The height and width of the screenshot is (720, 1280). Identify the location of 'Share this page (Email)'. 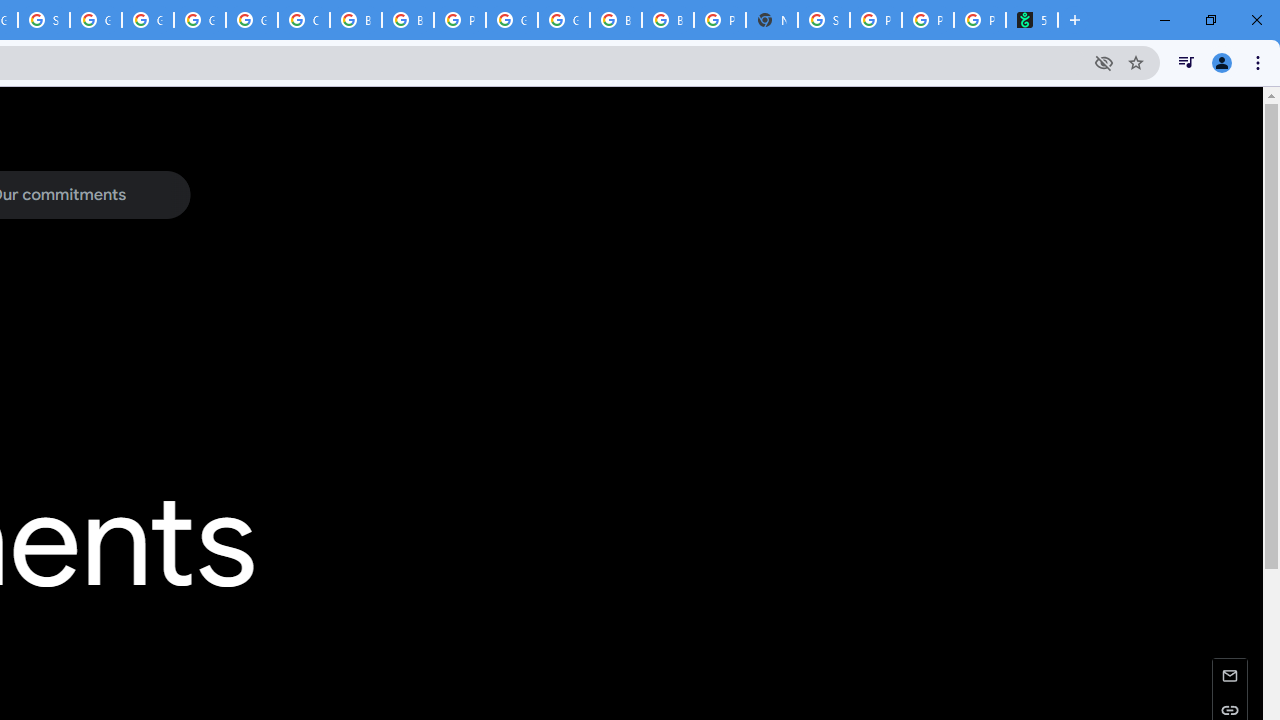
(1229, 675).